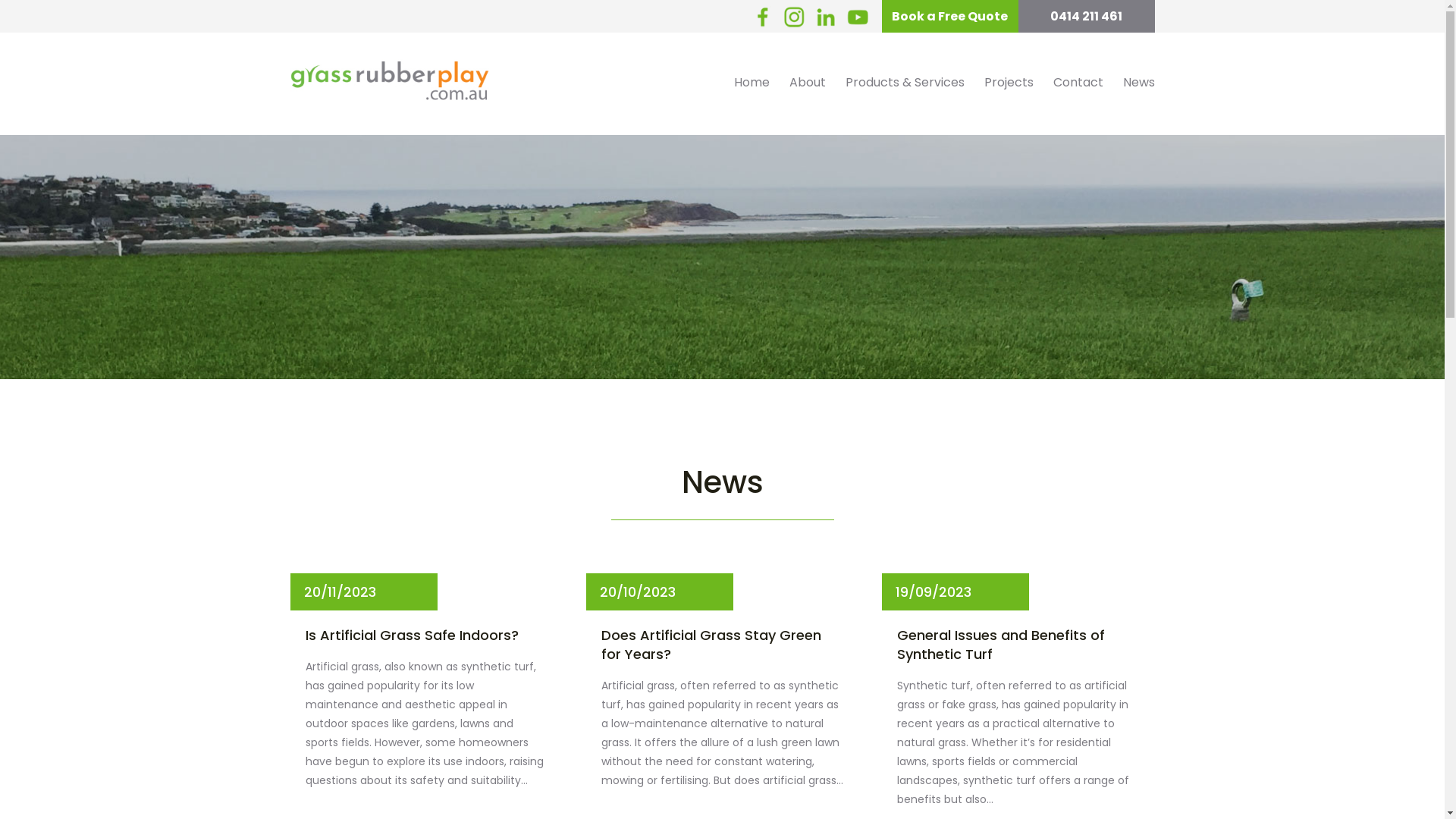 The height and width of the screenshot is (819, 1456). Describe the element at coordinates (720, 644) in the screenshot. I see `'Does Artificial Grass Stay Green for Years?'` at that location.